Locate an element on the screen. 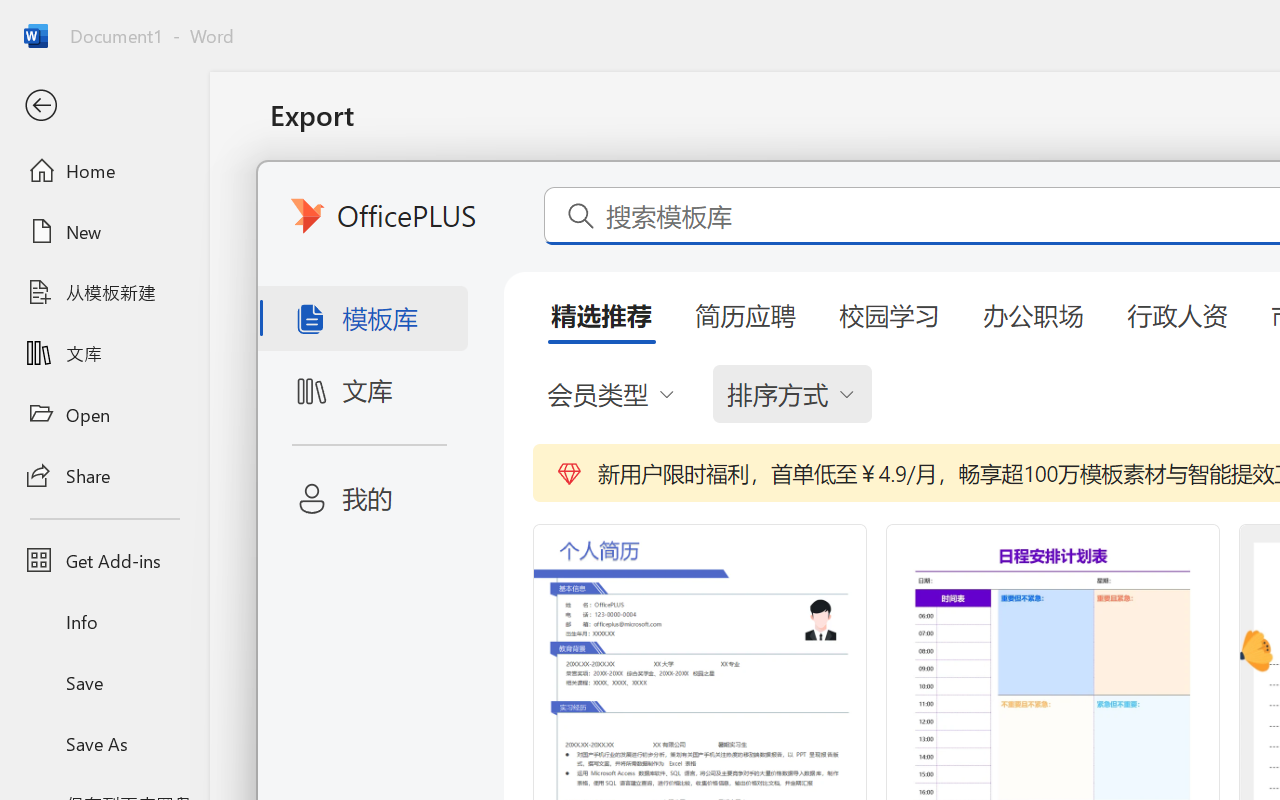 The width and height of the screenshot is (1280, 800). 'New' is located at coordinates (103, 231).